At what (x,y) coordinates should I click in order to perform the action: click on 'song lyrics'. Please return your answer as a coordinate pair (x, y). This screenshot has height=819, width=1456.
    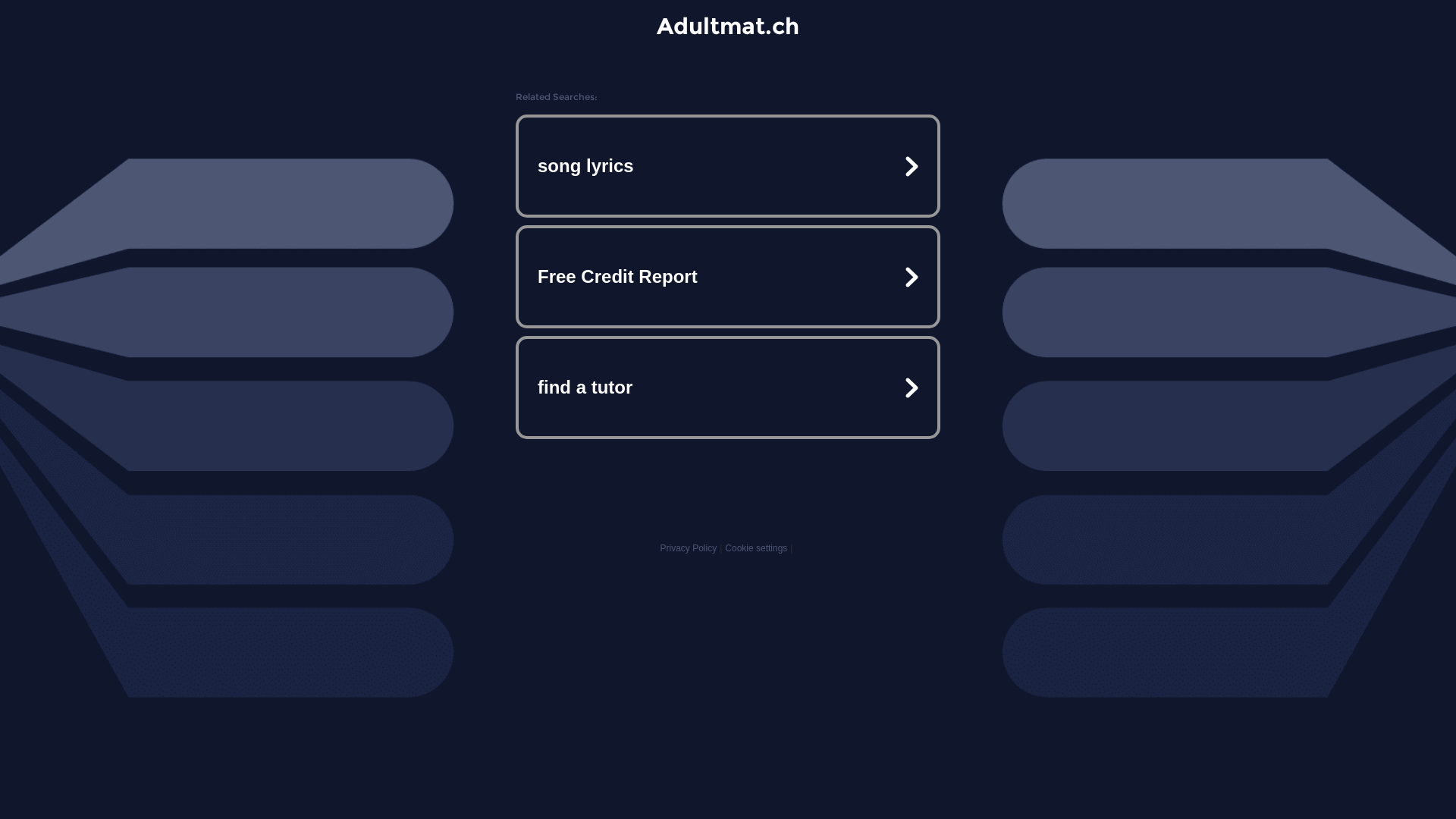
    Looking at the image, I should click on (728, 166).